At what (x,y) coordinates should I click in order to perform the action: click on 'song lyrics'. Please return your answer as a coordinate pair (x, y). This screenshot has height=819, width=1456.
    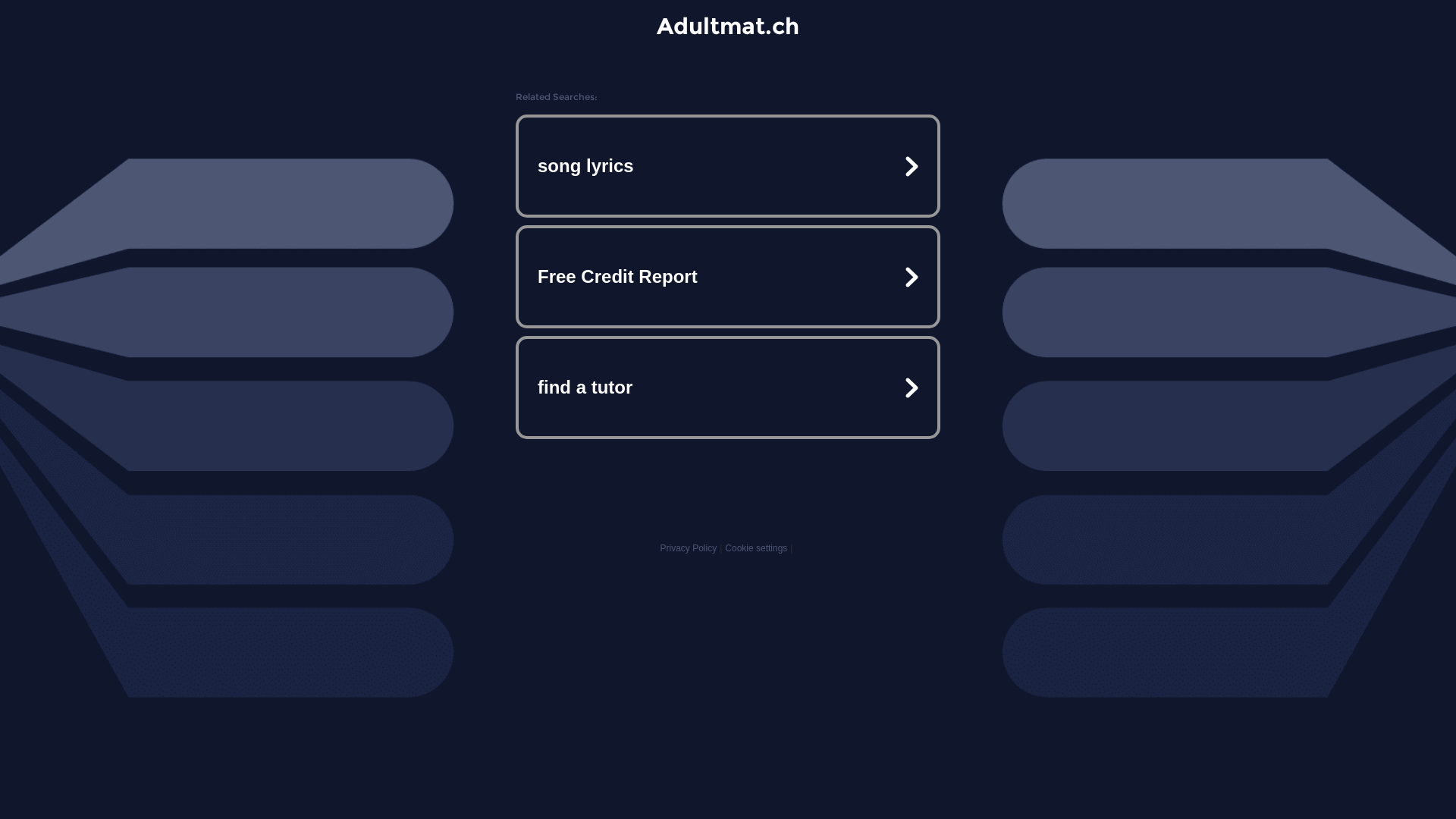
    Looking at the image, I should click on (728, 166).